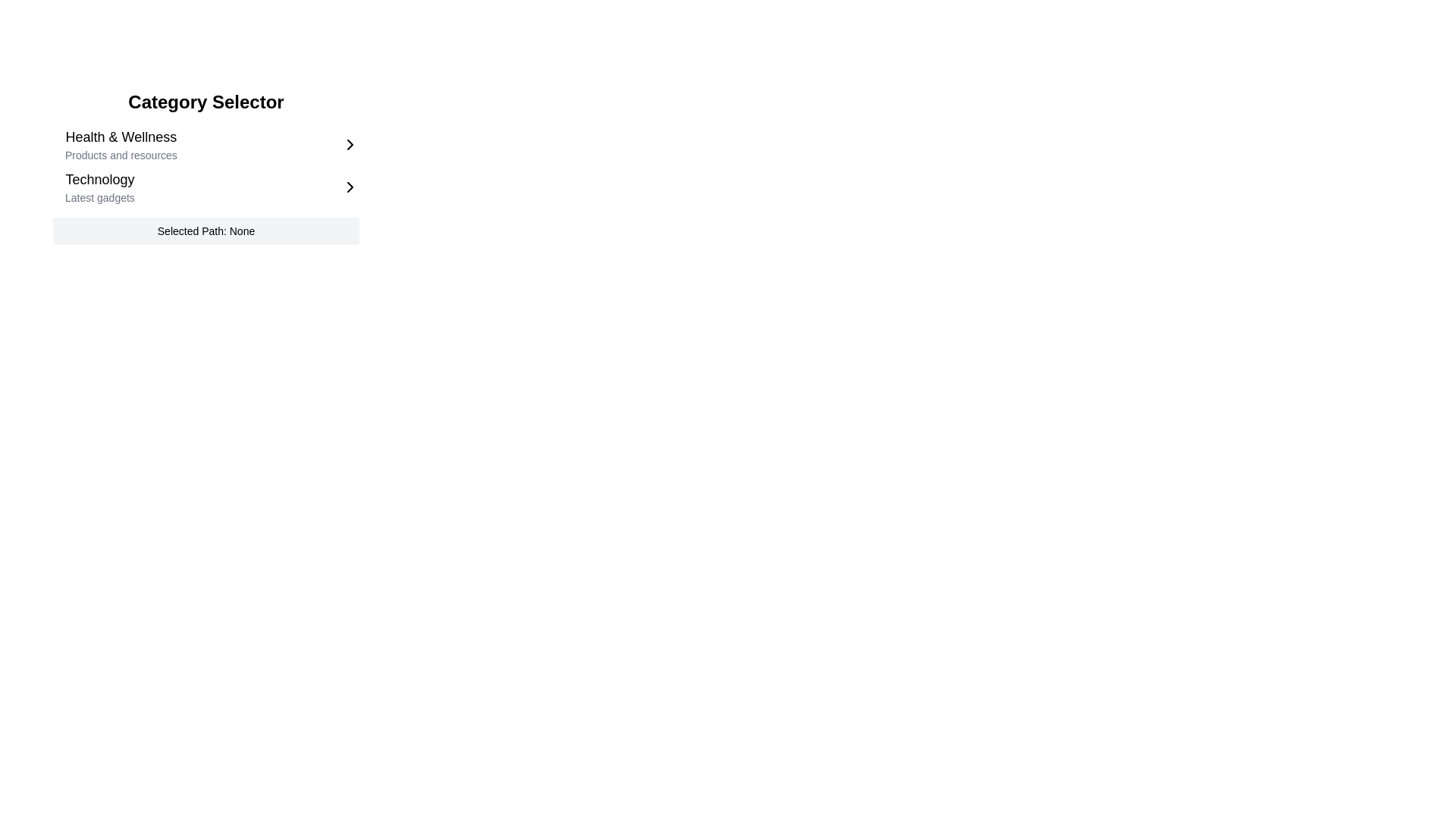 The width and height of the screenshot is (1456, 819). Describe the element at coordinates (99, 186) in the screenshot. I see `the 'Technology' category option with the description 'Latest gadgets'` at that location.